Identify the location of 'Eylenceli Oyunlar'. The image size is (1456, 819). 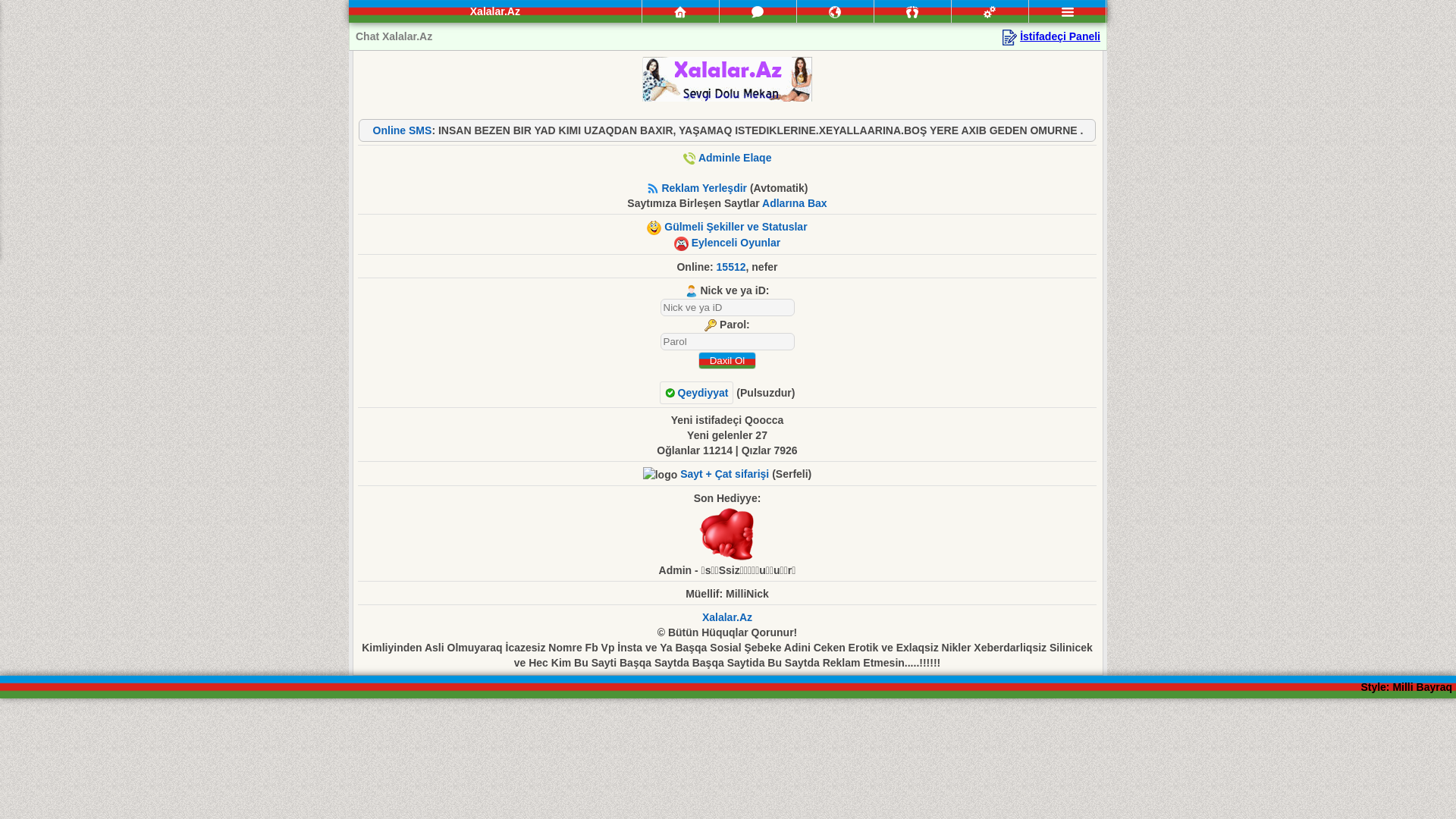
(691, 242).